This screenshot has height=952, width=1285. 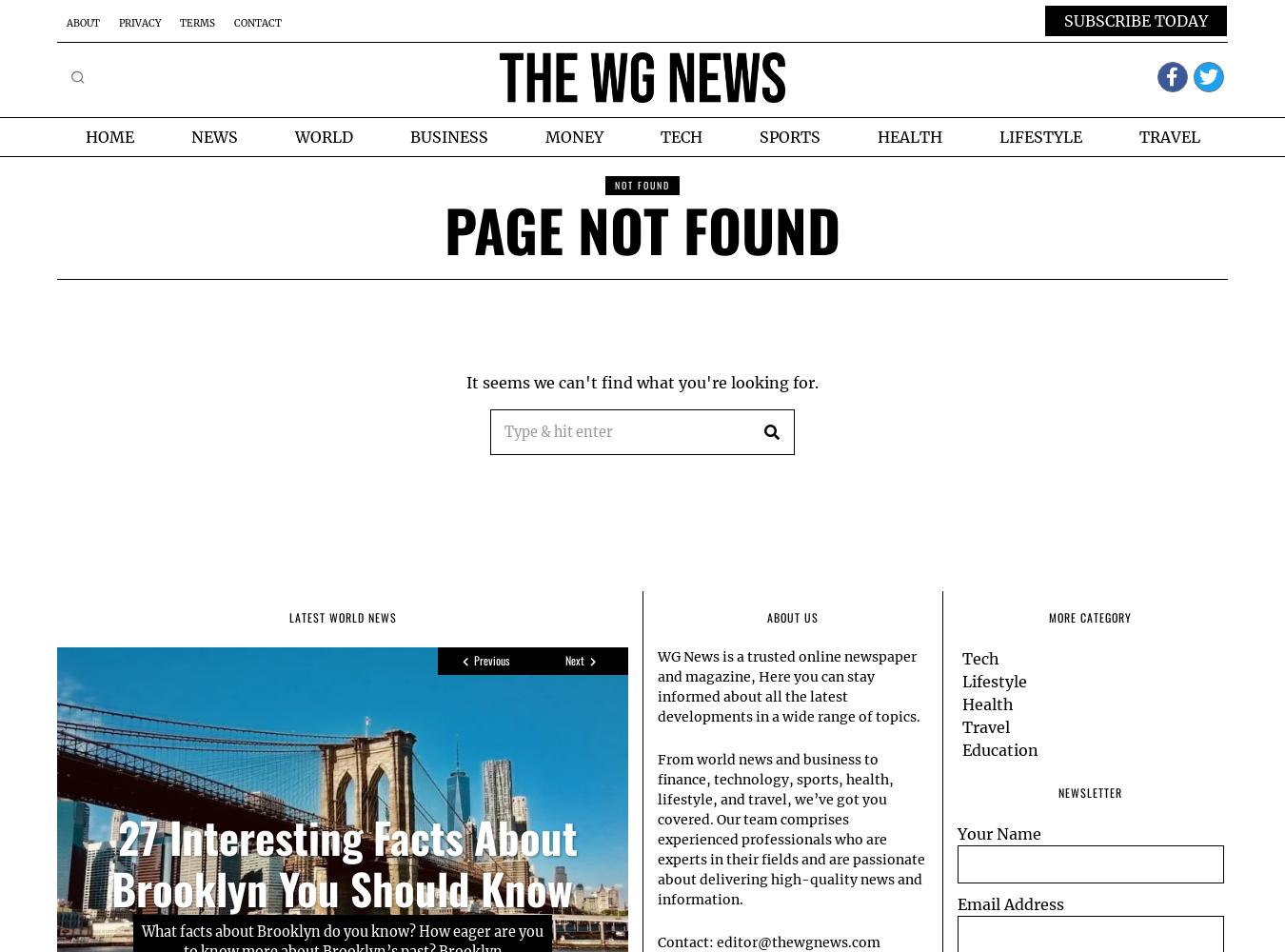 I want to click on 'From world news and business to finance, technology, sports, health, lifestyle, and travel, we’ve got you covered. Our team comprises experienced professionals who are experts in their fields and are passionate about delivering high-quality news and information.', so click(x=657, y=827).